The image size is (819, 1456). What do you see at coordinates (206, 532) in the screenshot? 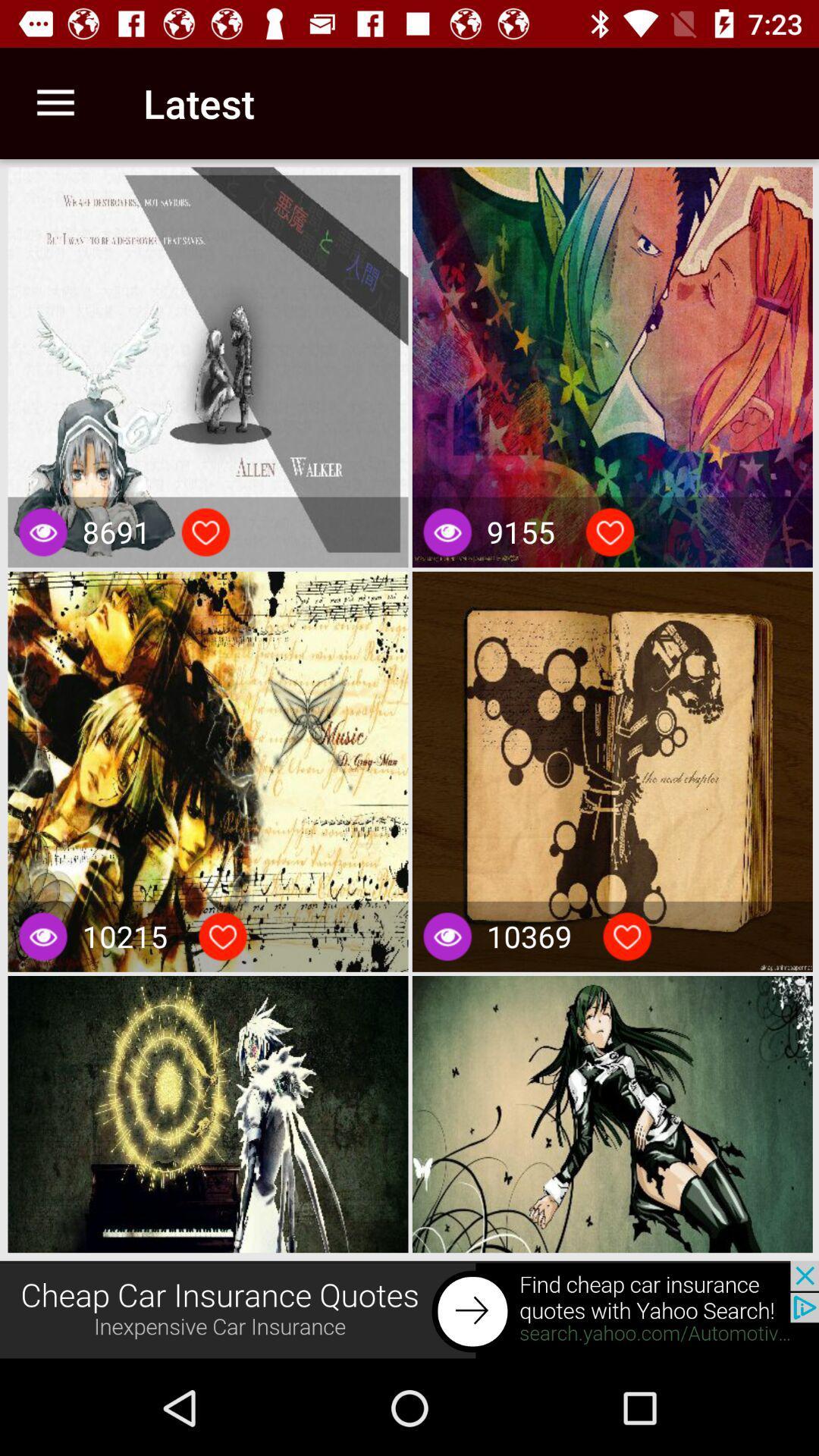
I see `this video` at bounding box center [206, 532].